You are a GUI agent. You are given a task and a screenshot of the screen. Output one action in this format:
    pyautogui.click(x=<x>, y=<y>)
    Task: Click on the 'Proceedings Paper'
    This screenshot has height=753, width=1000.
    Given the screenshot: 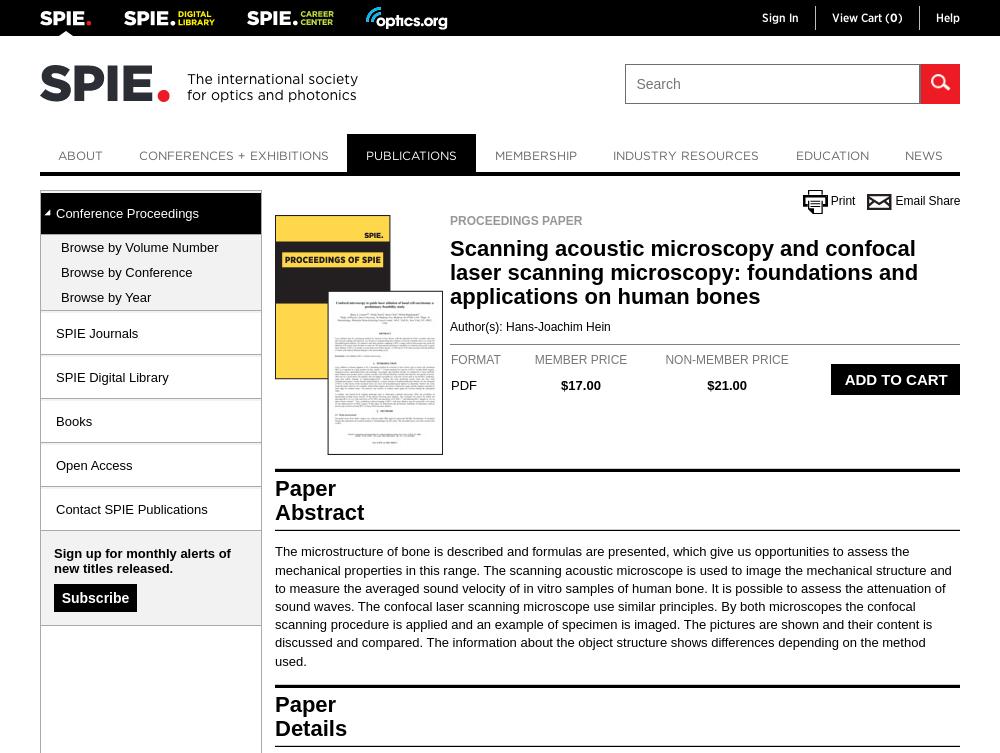 What is the action you would take?
    pyautogui.click(x=516, y=220)
    